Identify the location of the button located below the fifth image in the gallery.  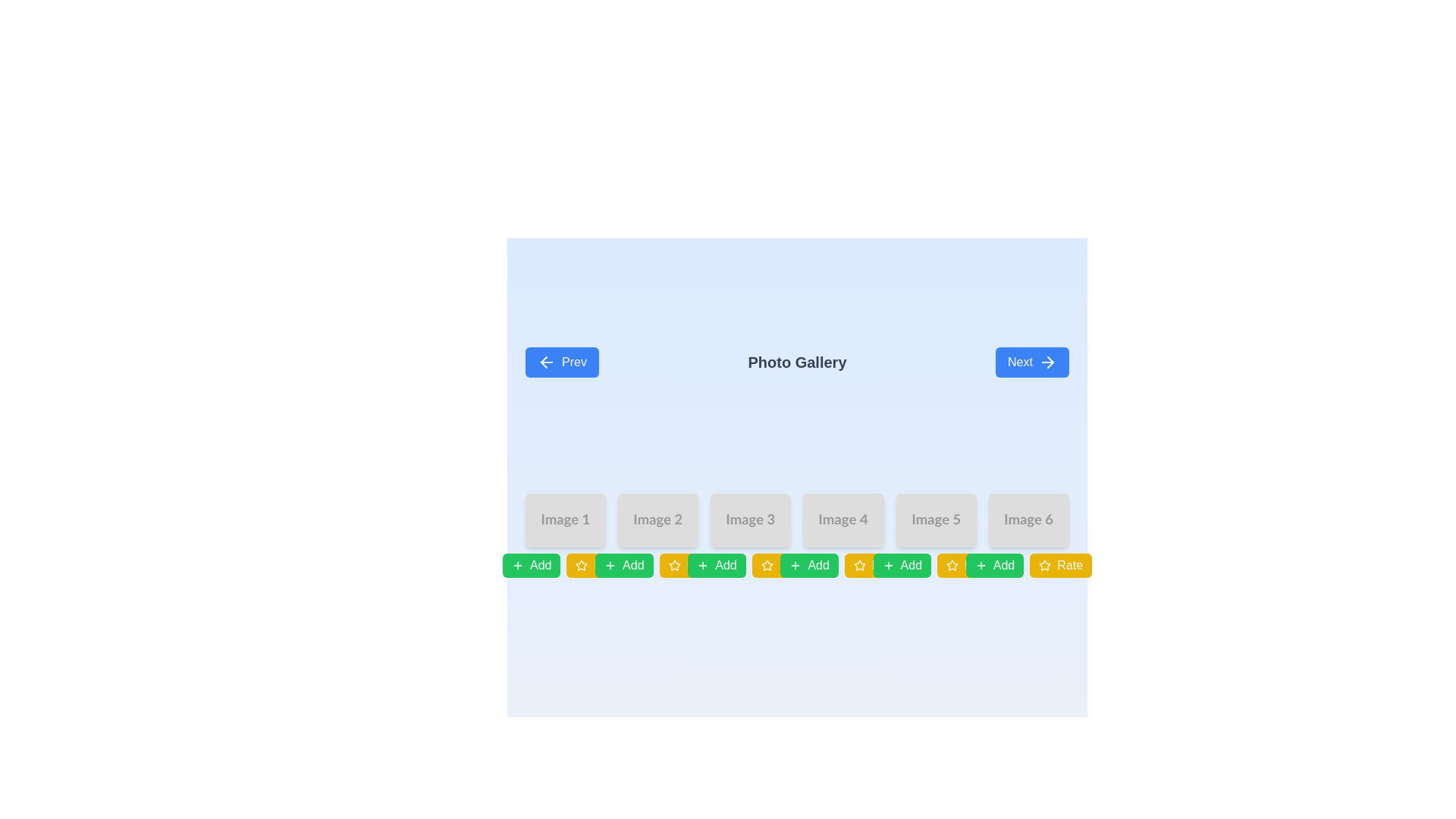
(910, 565).